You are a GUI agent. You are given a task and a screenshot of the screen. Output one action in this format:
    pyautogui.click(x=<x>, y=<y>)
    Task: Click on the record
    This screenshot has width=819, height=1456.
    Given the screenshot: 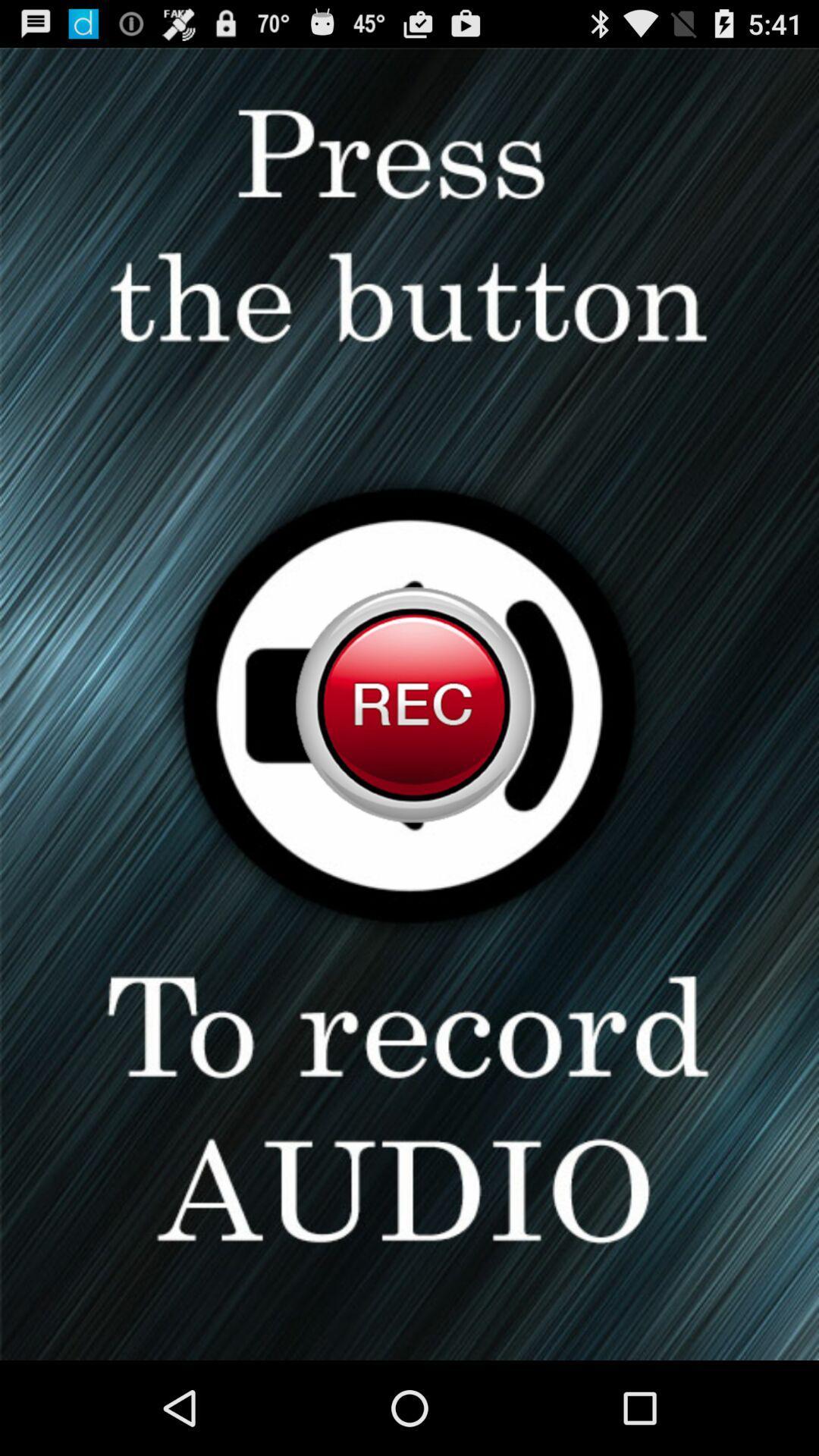 What is the action you would take?
    pyautogui.click(x=409, y=703)
    